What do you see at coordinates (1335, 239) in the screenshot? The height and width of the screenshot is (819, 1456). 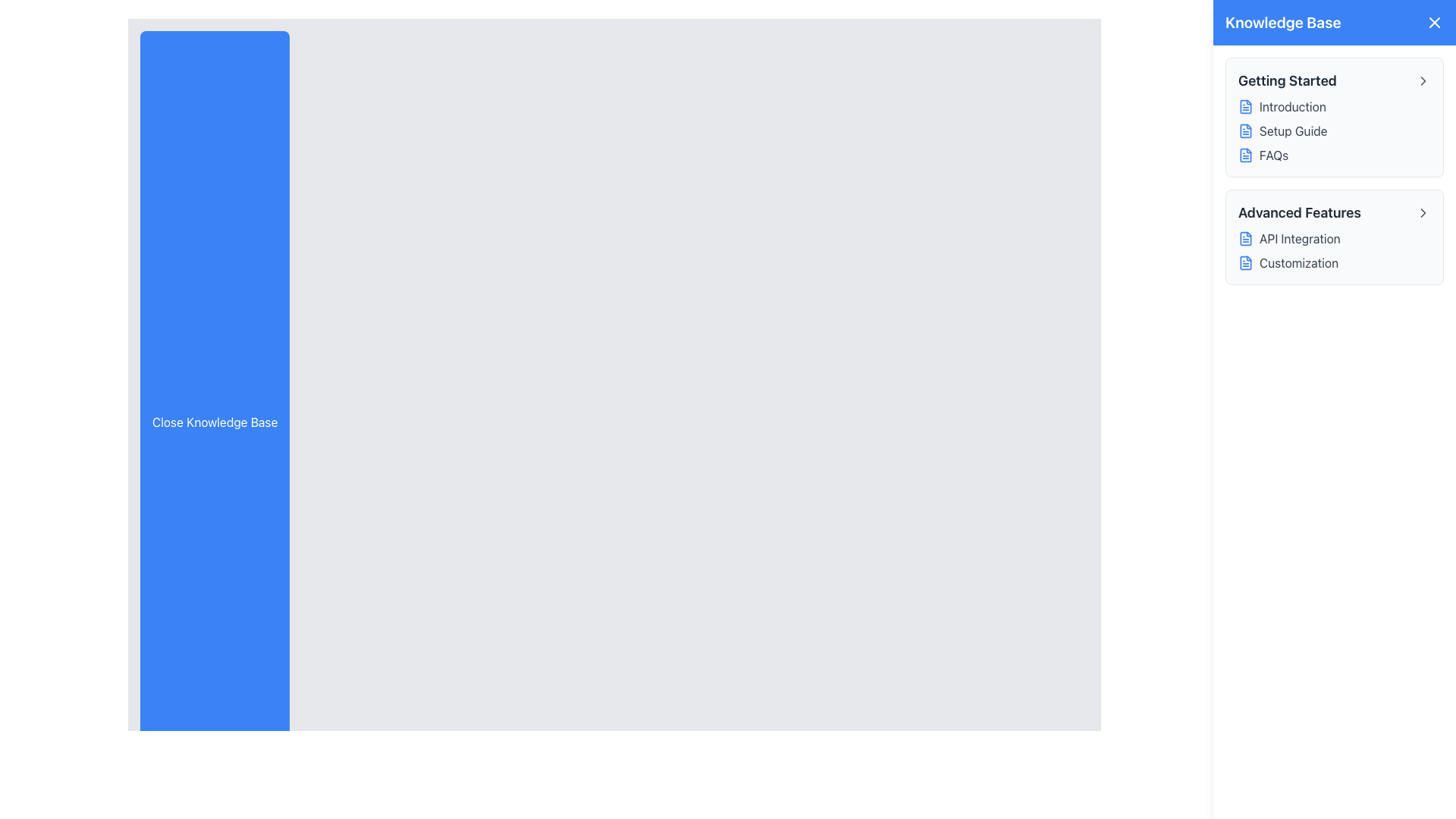 I see `the clickable label with an icon in the 'Advanced Features' section of the Knowledge Base panel` at bounding box center [1335, 239].